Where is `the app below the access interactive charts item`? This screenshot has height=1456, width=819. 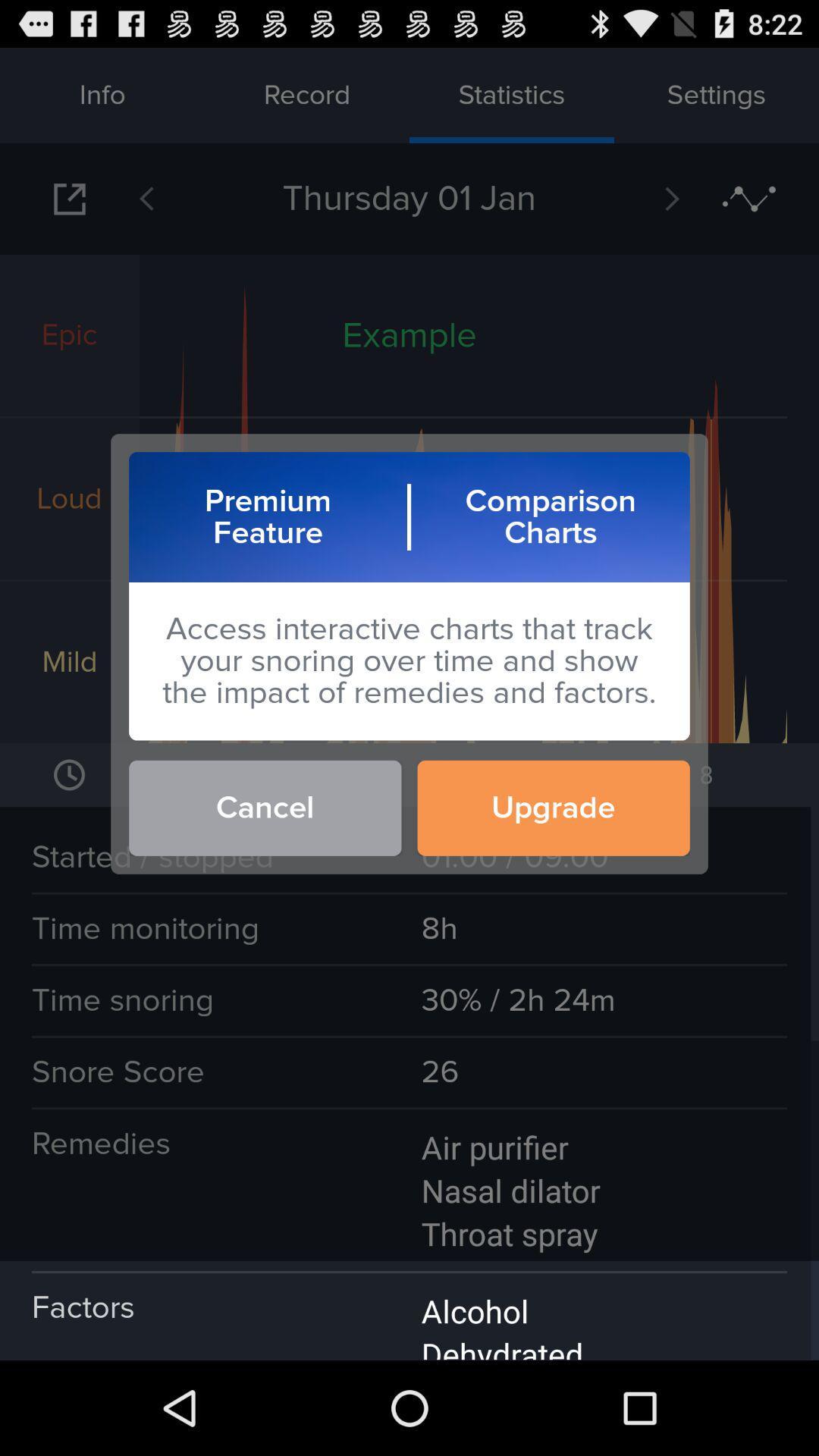
the app below the access interactive charts item is located at coordinates (264, 807).